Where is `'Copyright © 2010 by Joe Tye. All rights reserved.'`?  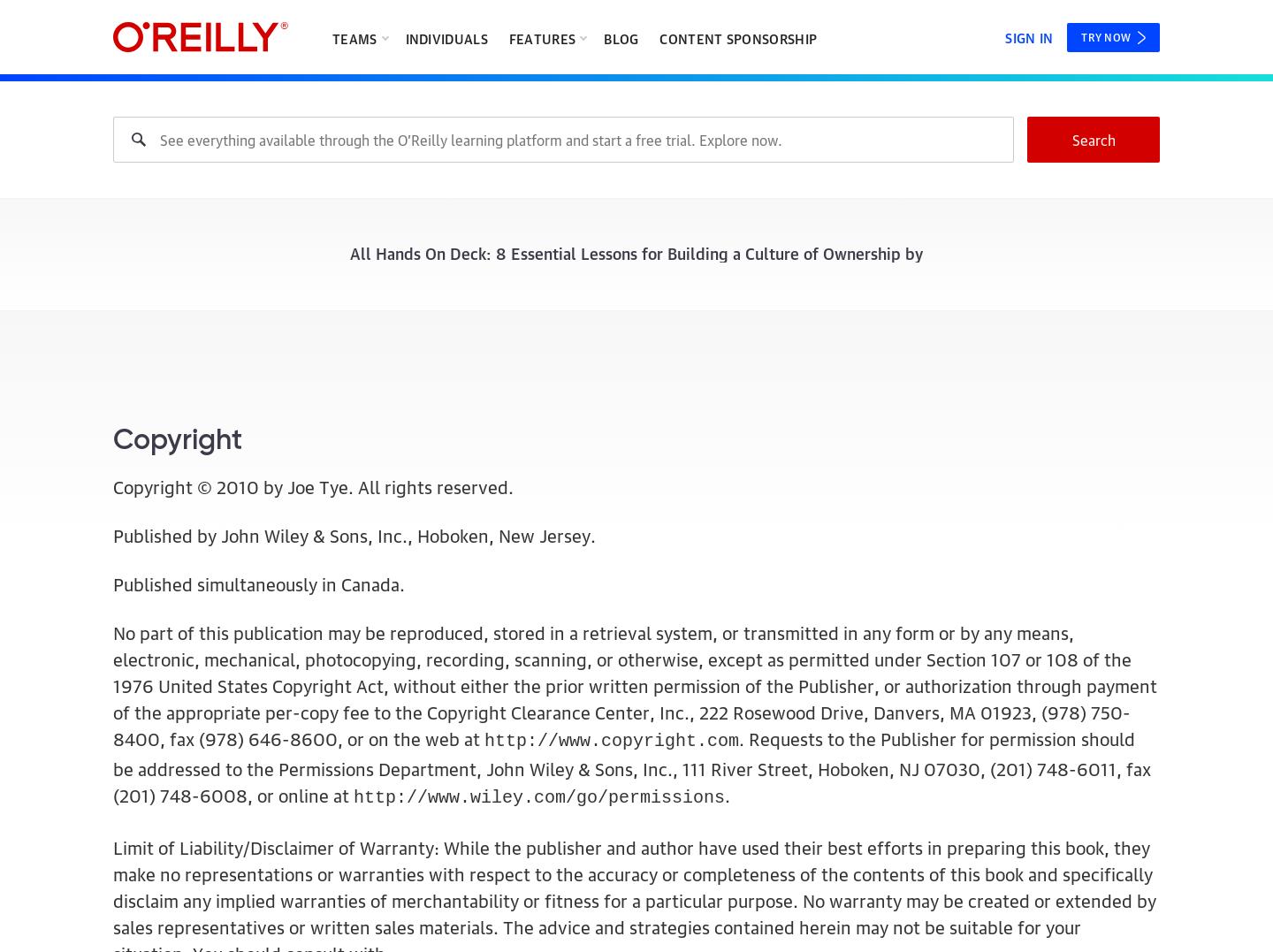
'Copyright © 2010 by Joe Tye. All rights reserved.' is located at coordinates (313, 486).